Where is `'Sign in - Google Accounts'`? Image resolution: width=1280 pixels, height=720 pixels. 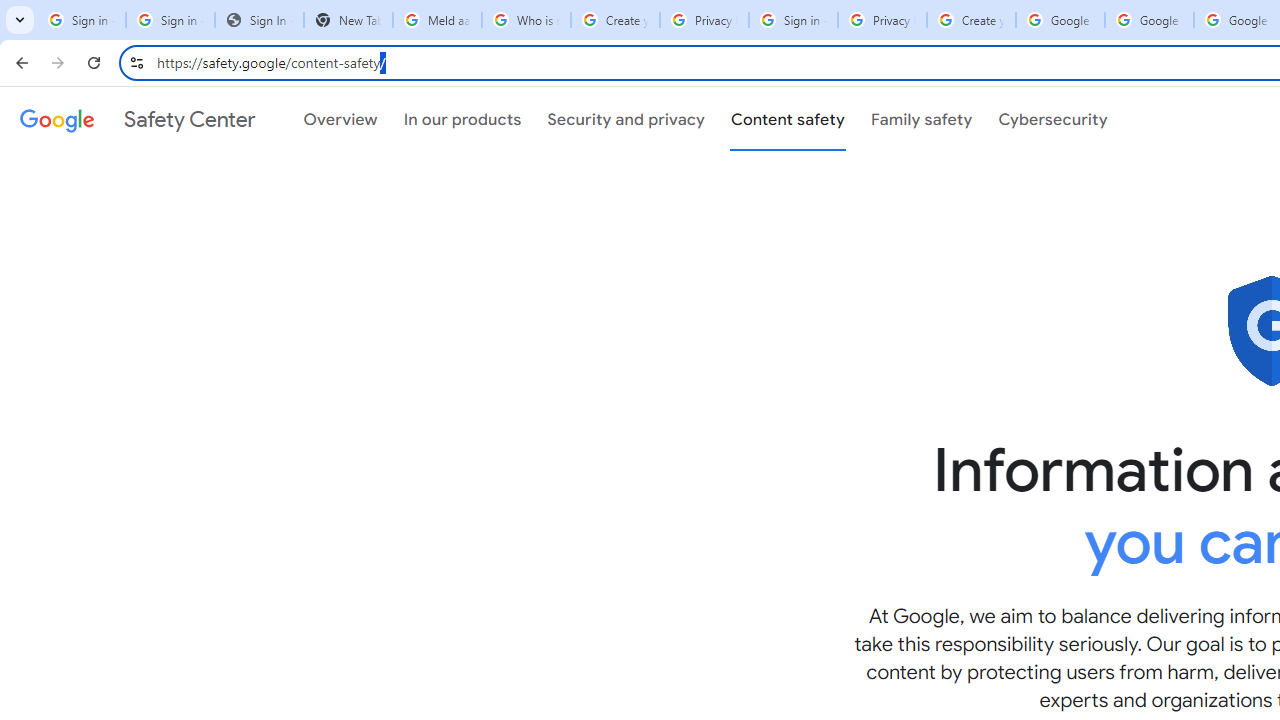 'Sign in - Google Accounts' is located at coordinates (792, 20).